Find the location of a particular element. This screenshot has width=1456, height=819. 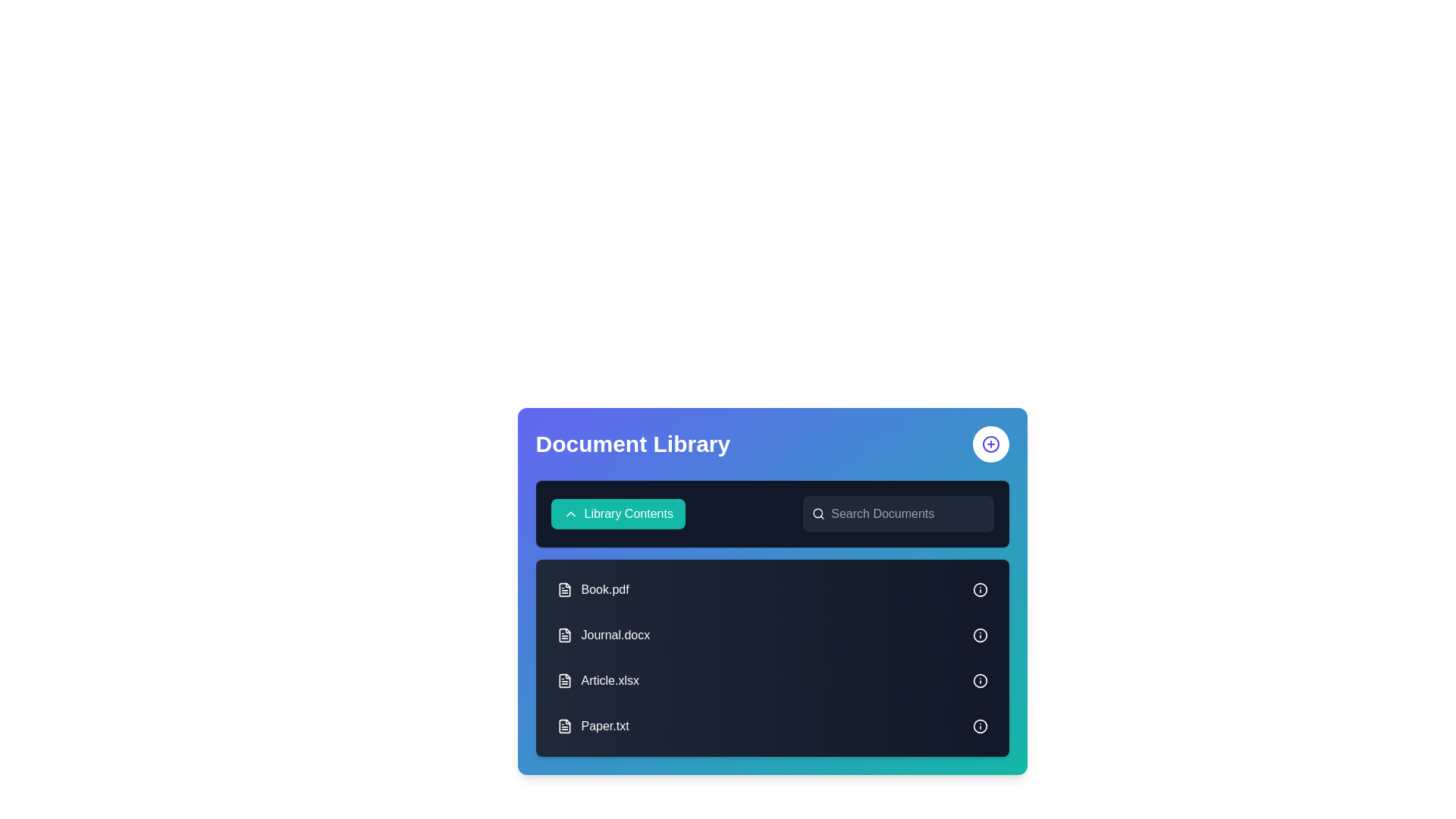

the button located at the top-right corner of the 'Document Library' section is located at coordinates (990, 444).